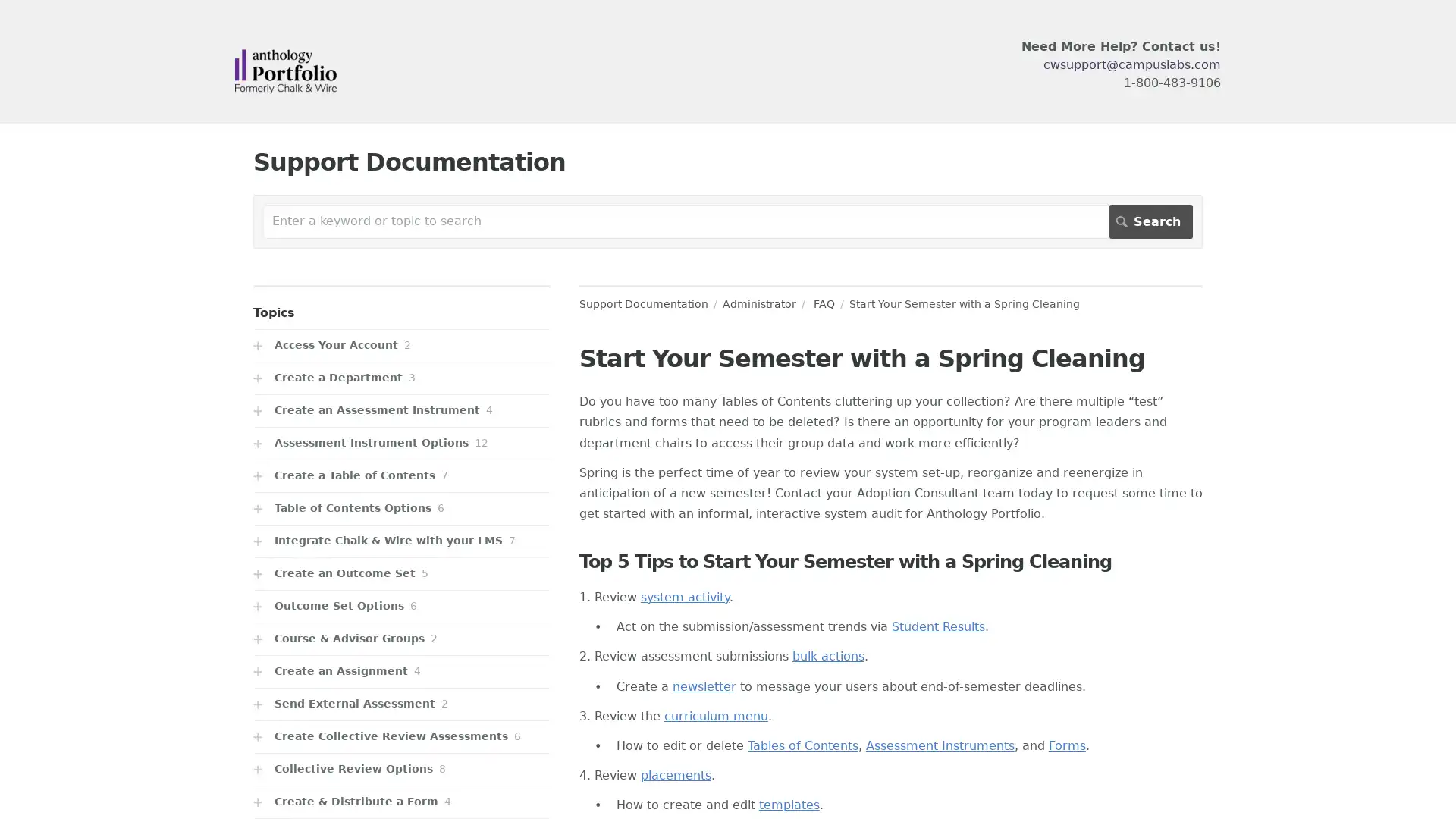 The image size is (1456, 819). I want to click on Create an Assessment Instrument 4, so click(401, 410).